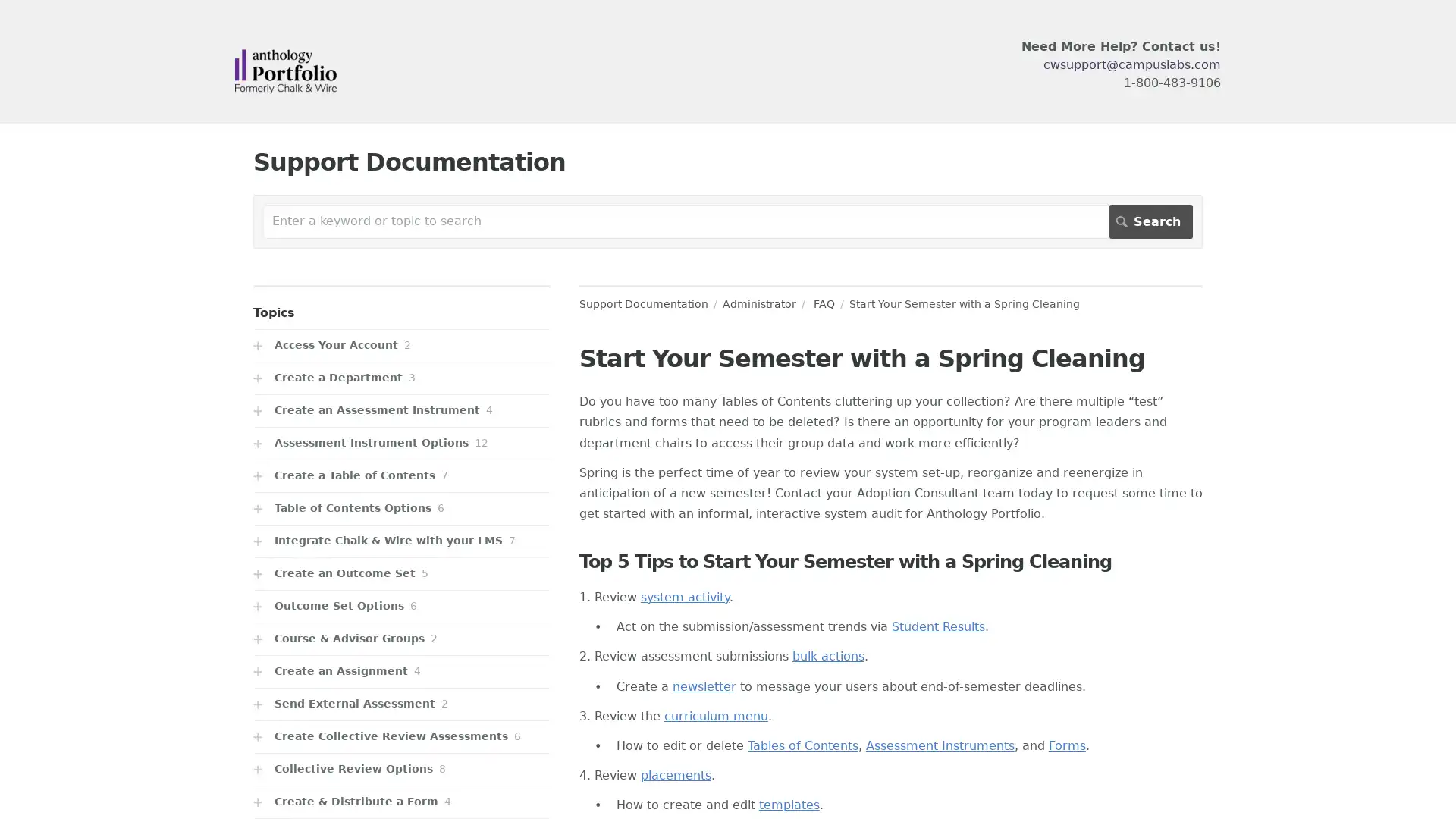 The image size is (1456, 819). I want to click on Create an Assessment Instrument 4, so click(401, 410).